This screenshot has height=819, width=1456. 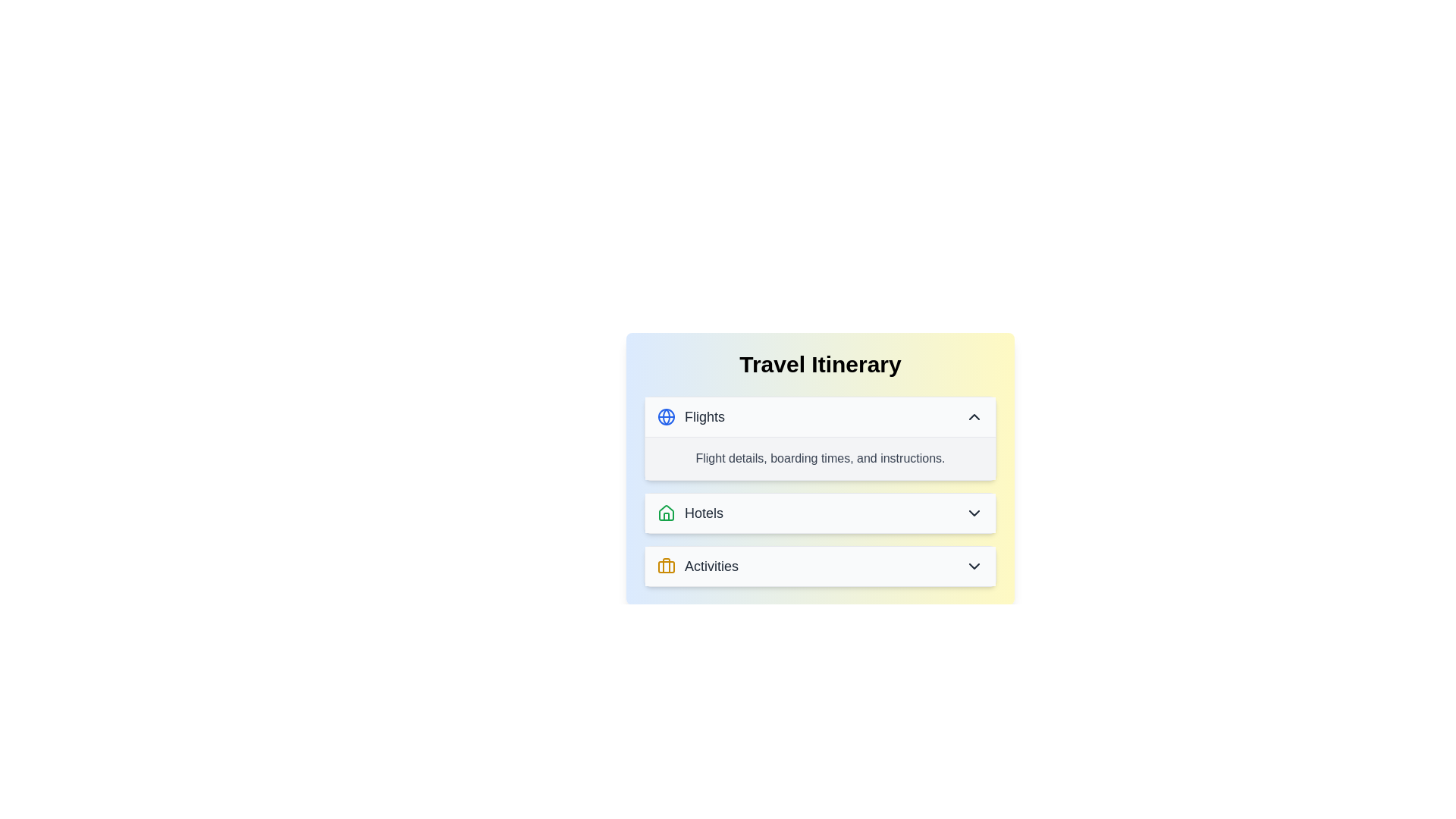 What do you see at coordinates (666, 417) in the screenshot?
I see `the circular graphic/icon element with a blue stroke located inside the globe icon to the left of the 'Flights' label in the 'Travel Itinerary' section` at bounding box center [666, 417].